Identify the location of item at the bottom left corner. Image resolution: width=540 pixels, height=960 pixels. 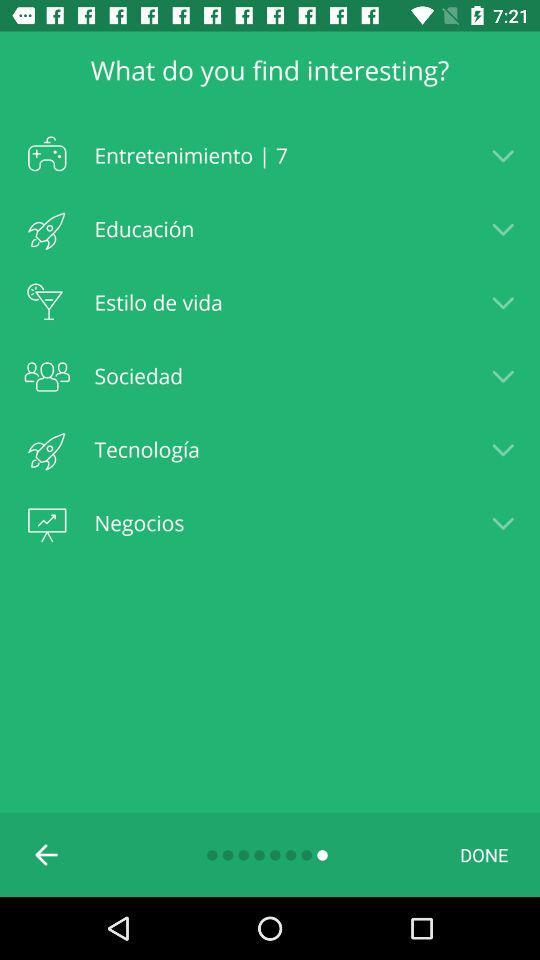
(47, 853).